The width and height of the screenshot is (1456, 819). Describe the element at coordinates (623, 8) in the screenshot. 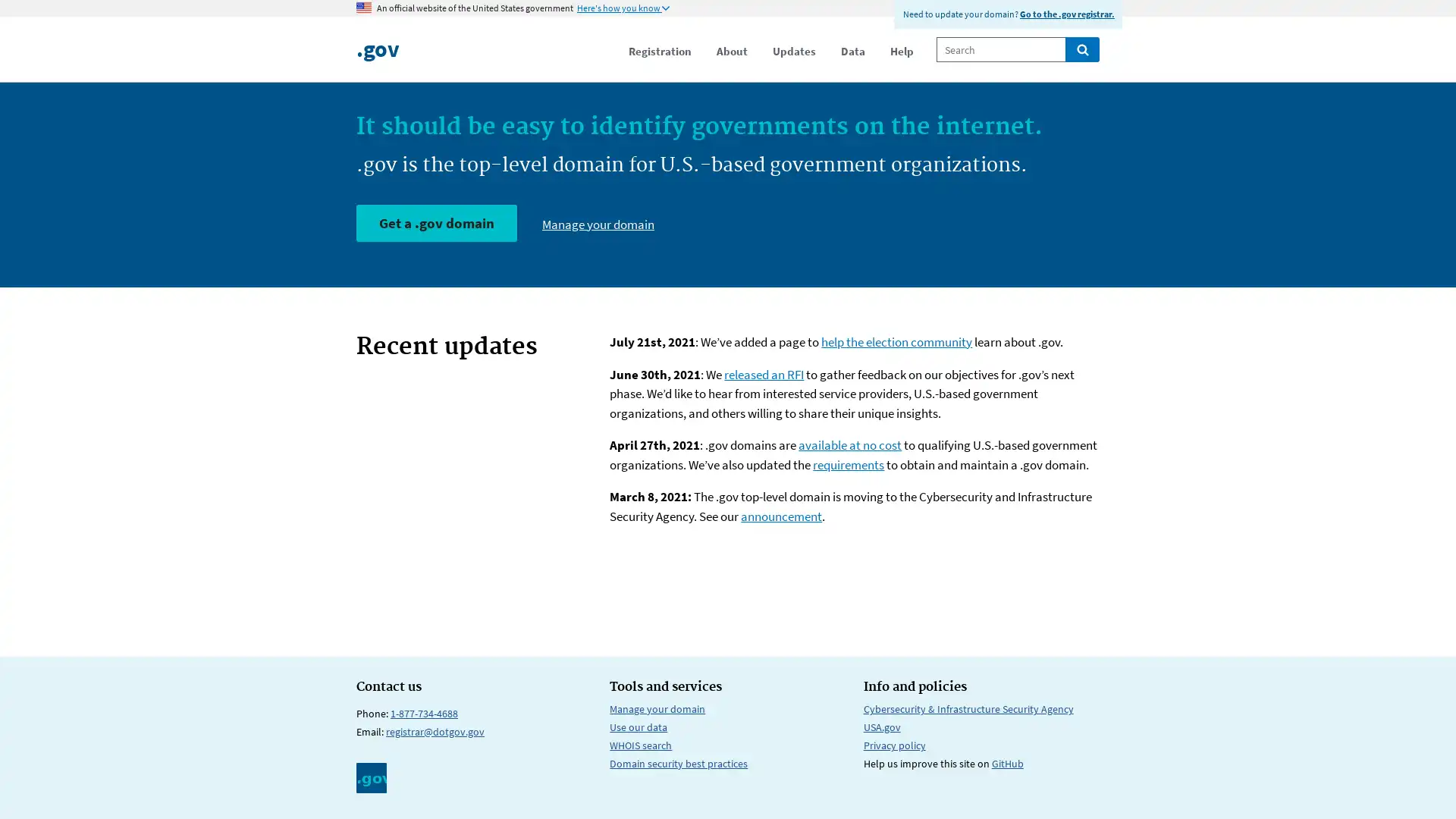

I see `Here's how you know` at that location.